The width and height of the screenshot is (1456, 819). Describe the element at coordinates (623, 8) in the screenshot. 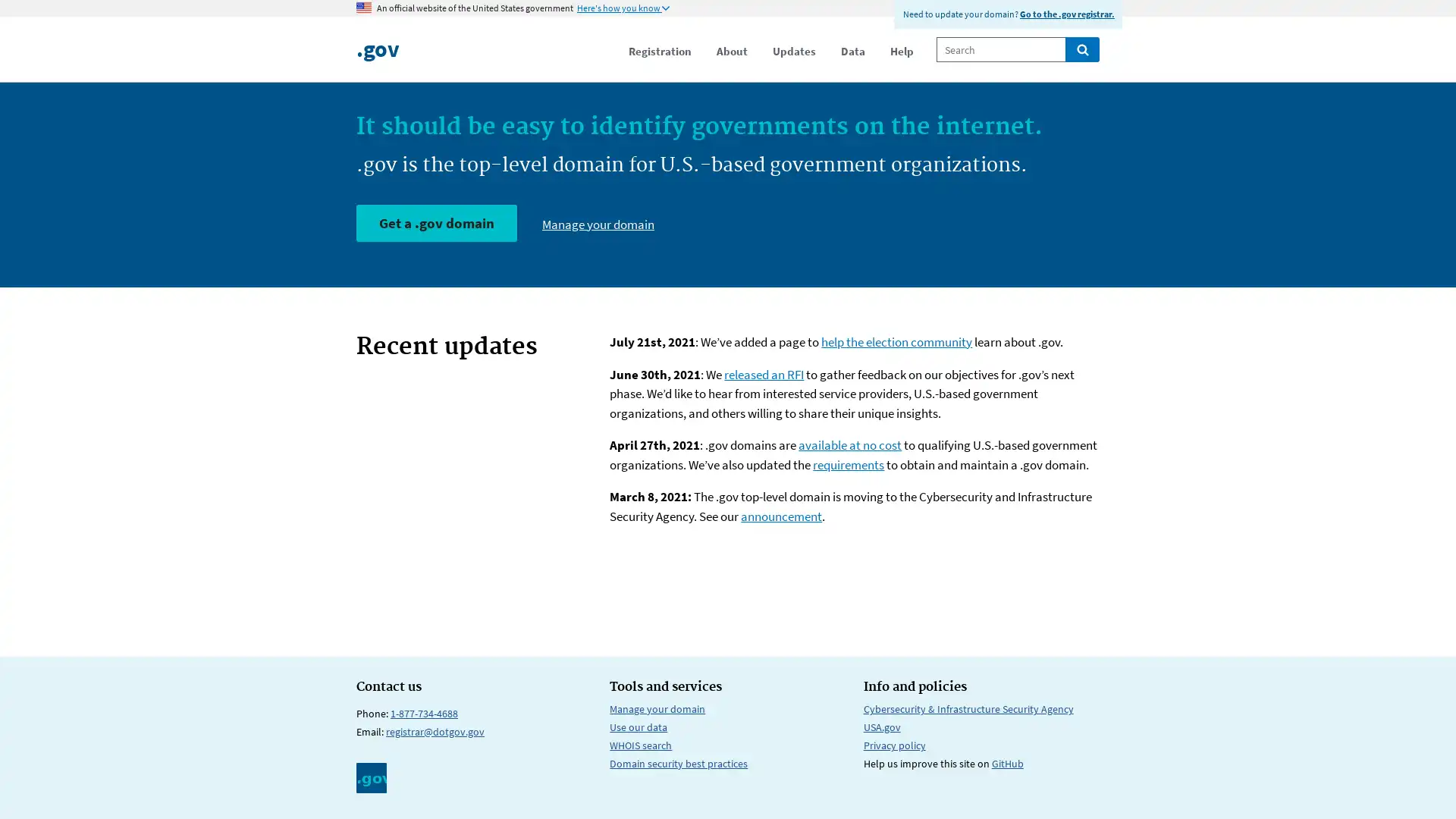

I see `Here's how you know` at that location.